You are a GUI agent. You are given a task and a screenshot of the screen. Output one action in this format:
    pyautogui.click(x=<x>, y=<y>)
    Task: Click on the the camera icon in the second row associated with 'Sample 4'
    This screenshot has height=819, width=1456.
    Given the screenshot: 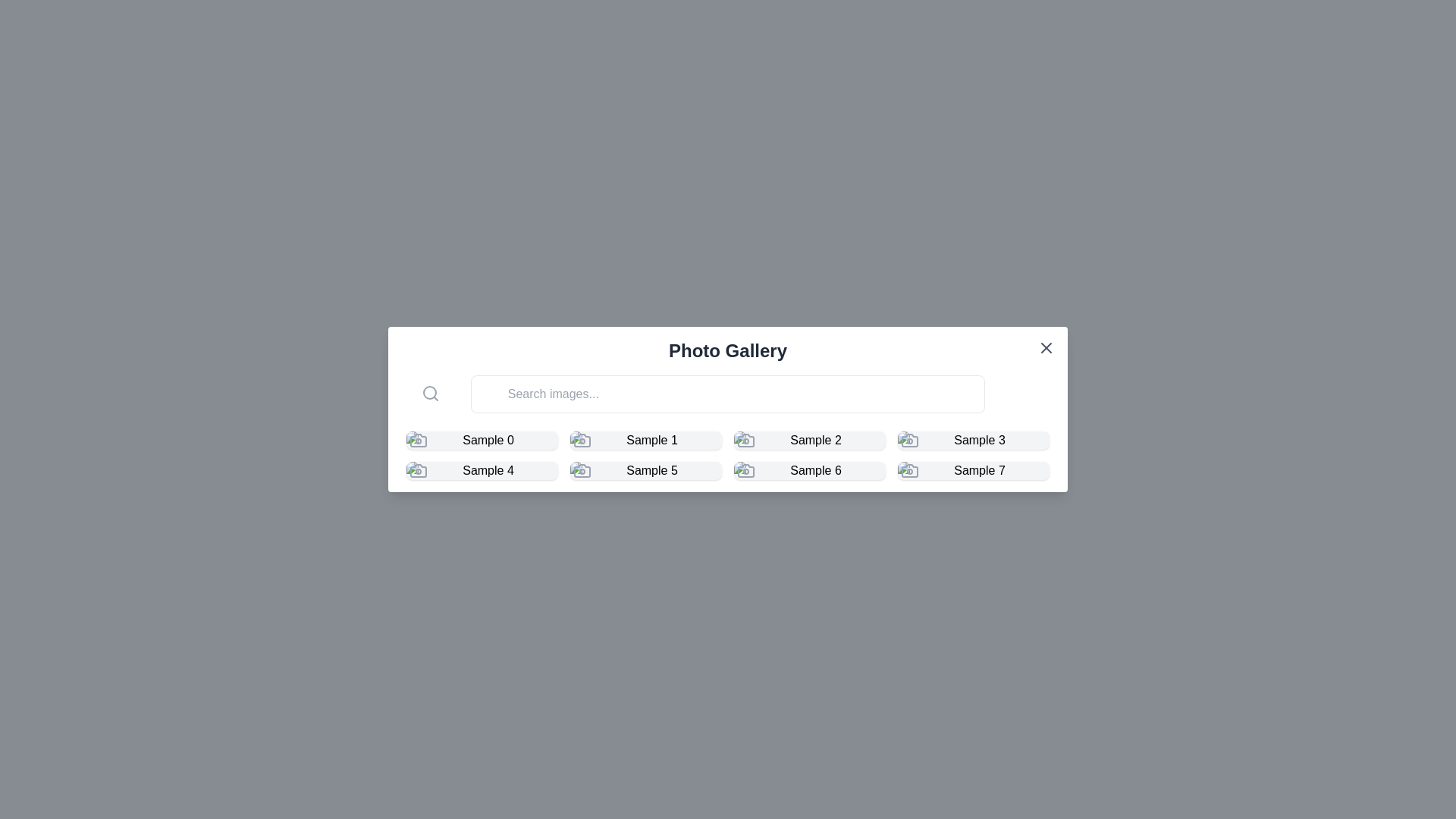 What is the action you would take?
    pyautogui.click(x=419, y=470)
    